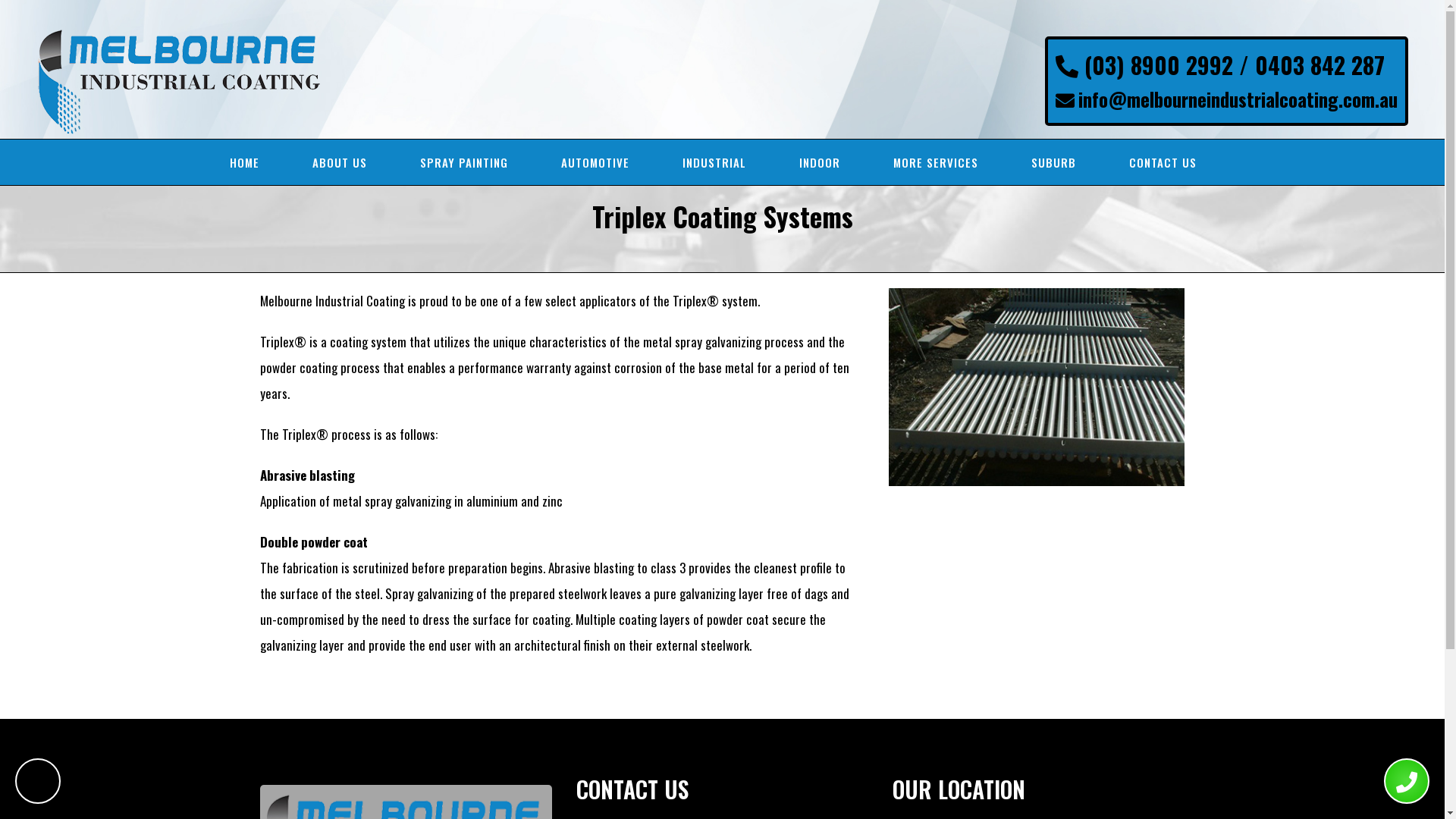 Image resolution: width=1456 pixels, height=819 pixels. Describe the element at coordinates (594, 162) in the screenshot. I see `'AUTOMOTIVE'` at that location.